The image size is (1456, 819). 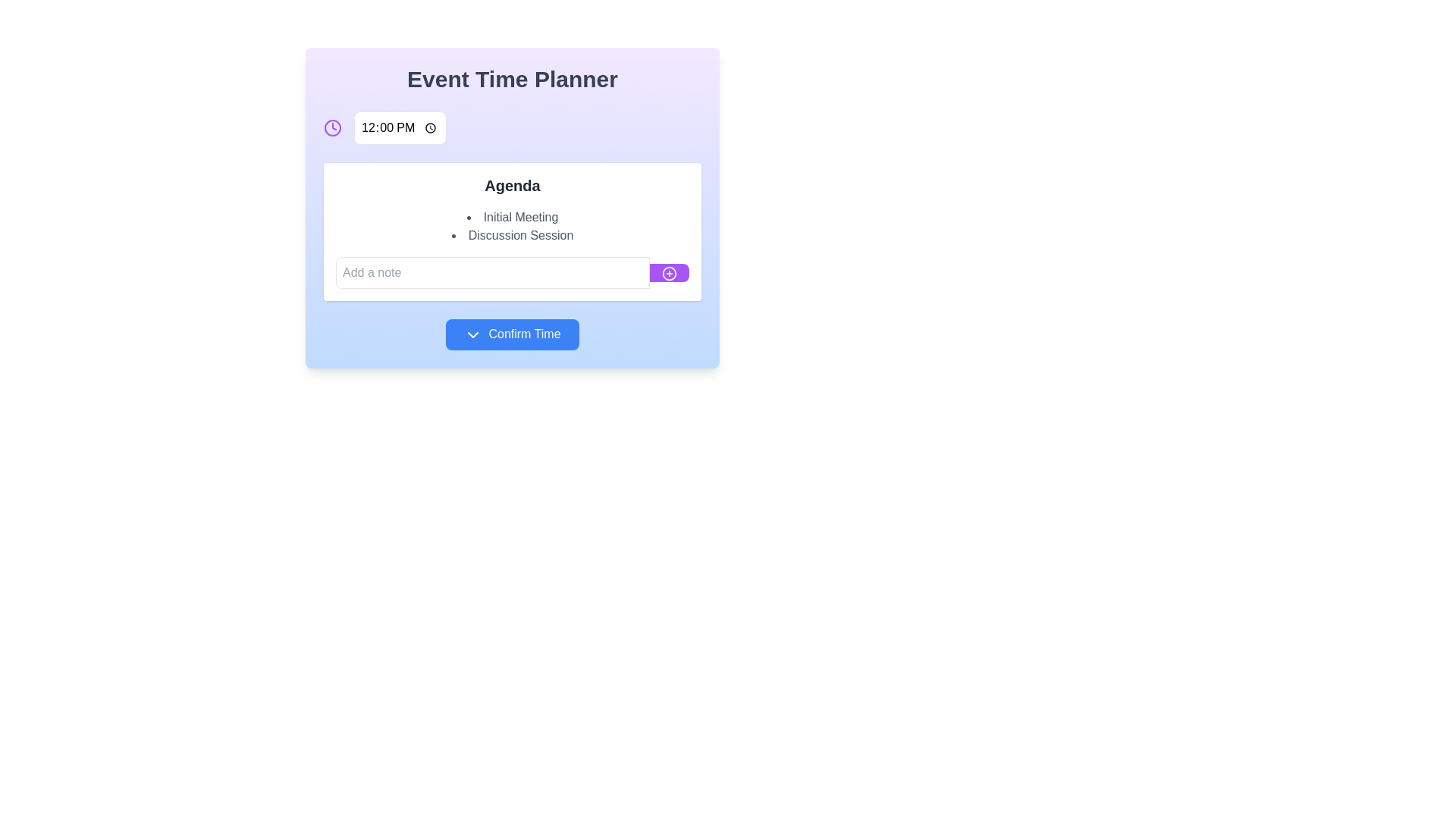 I want to click on the decorative purpose of the downward-facing chevron icon located within the blue 'Confirm Time' button, positioned near the left margin, so click(x=472, y=334).